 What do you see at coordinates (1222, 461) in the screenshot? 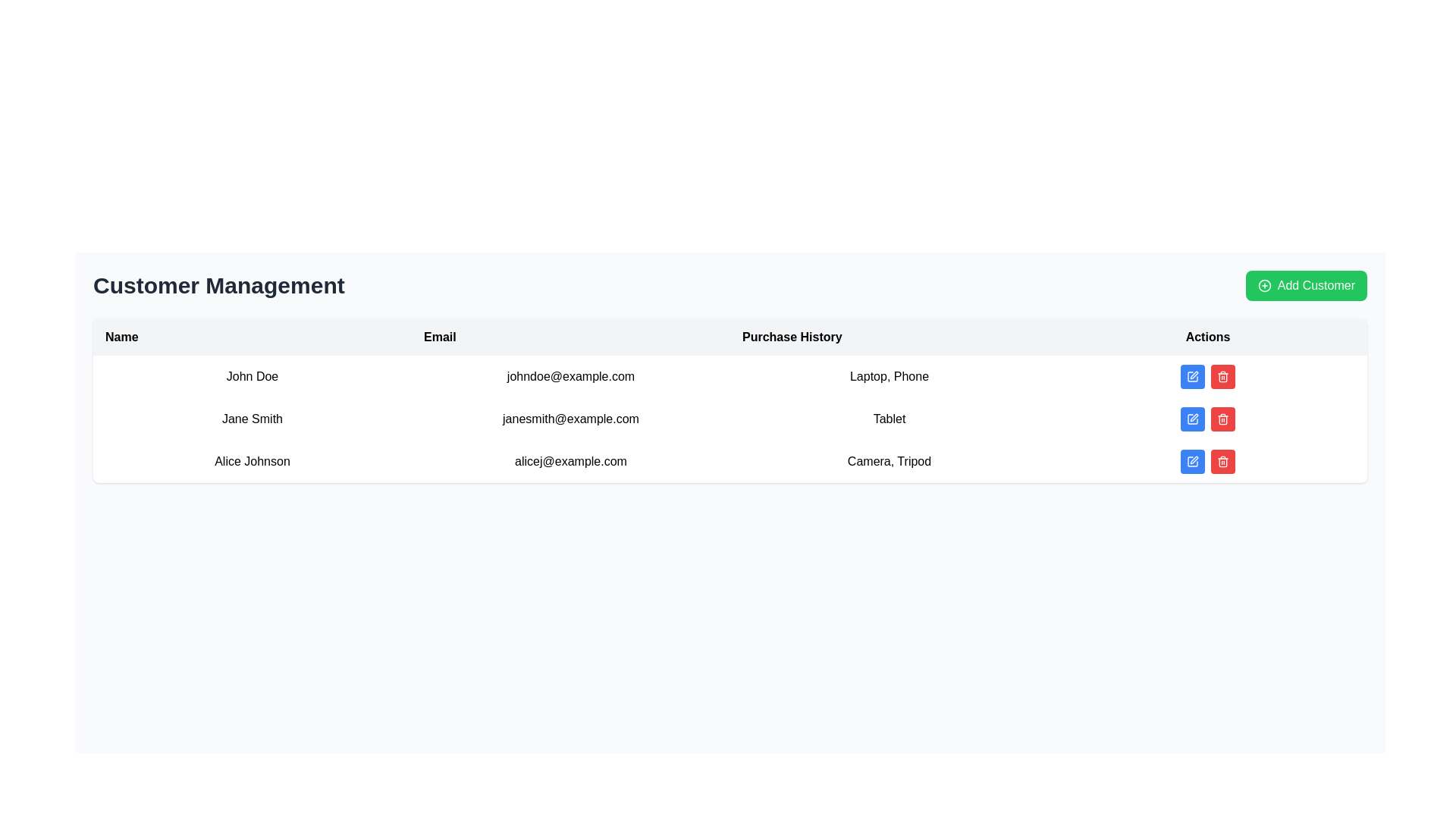
I see `the trash bin icon button with a red background and white color located in the 'Actions' column` at bounding box center [1222, 461].